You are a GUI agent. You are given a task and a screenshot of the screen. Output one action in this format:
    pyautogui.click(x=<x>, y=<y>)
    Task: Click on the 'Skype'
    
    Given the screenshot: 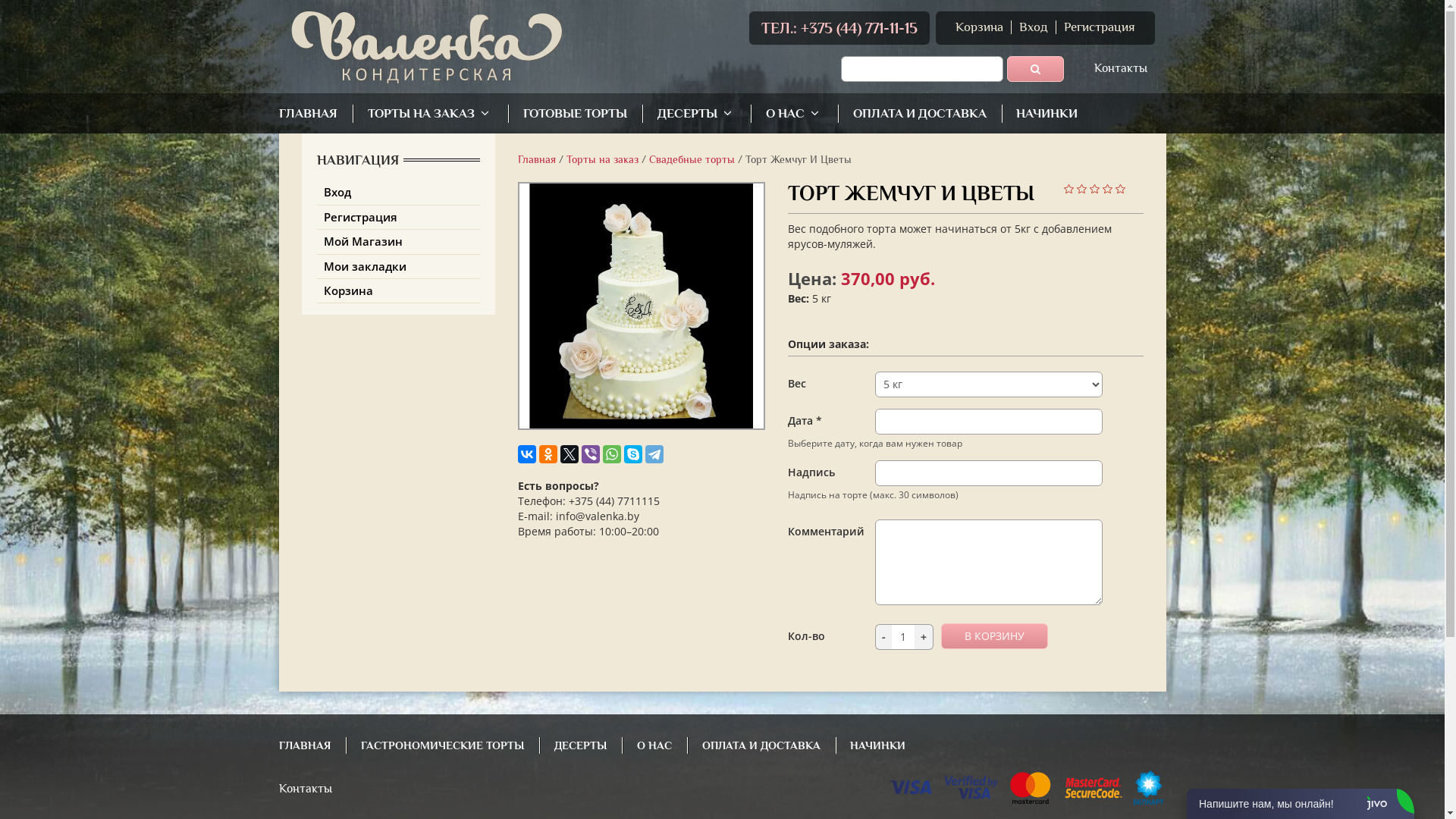 What is the action you would take?
    pyautogui.click(x=623, y=453)
    